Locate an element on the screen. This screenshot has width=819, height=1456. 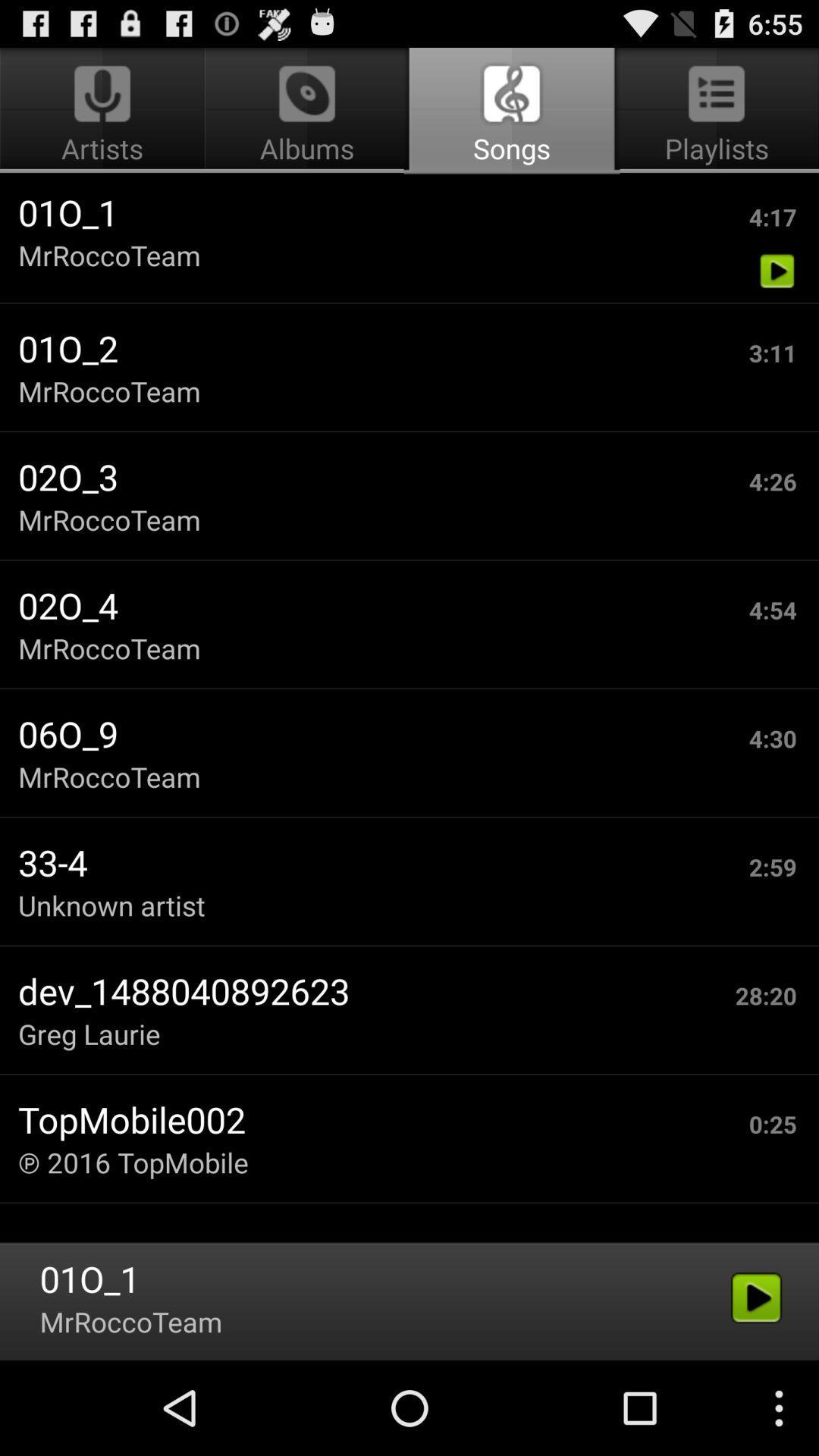
the songs app is located at coordinates (512, 111).